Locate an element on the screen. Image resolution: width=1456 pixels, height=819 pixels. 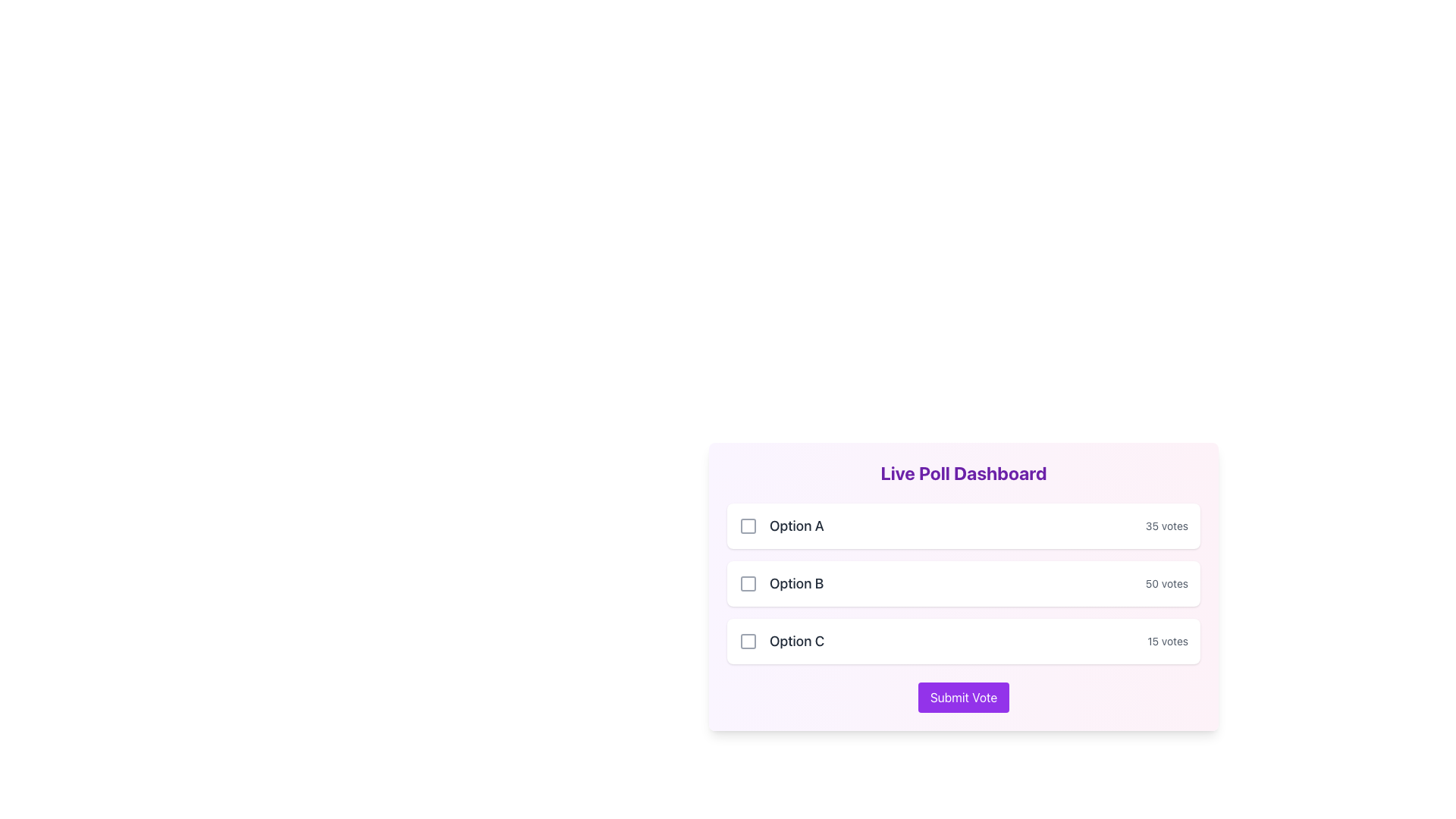
the label displaying 'Option A' that serves as the identifier for the associated checkbox in the 'Live Poll Dashboard' card is located at coordinates (795, 526).